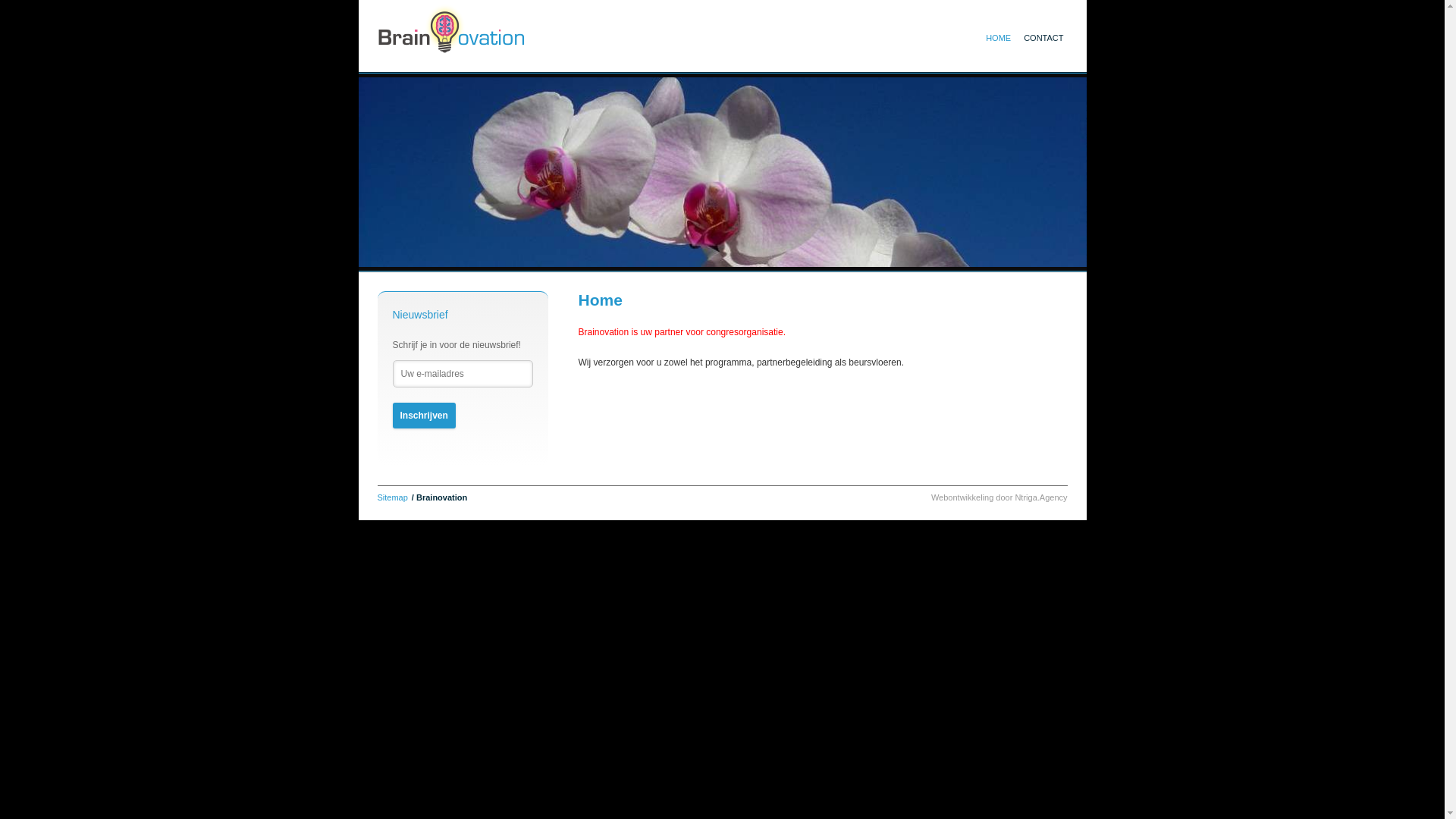 This screenshot has height=819, width=1456. I want to click on 'HOME', so click(996, 37).